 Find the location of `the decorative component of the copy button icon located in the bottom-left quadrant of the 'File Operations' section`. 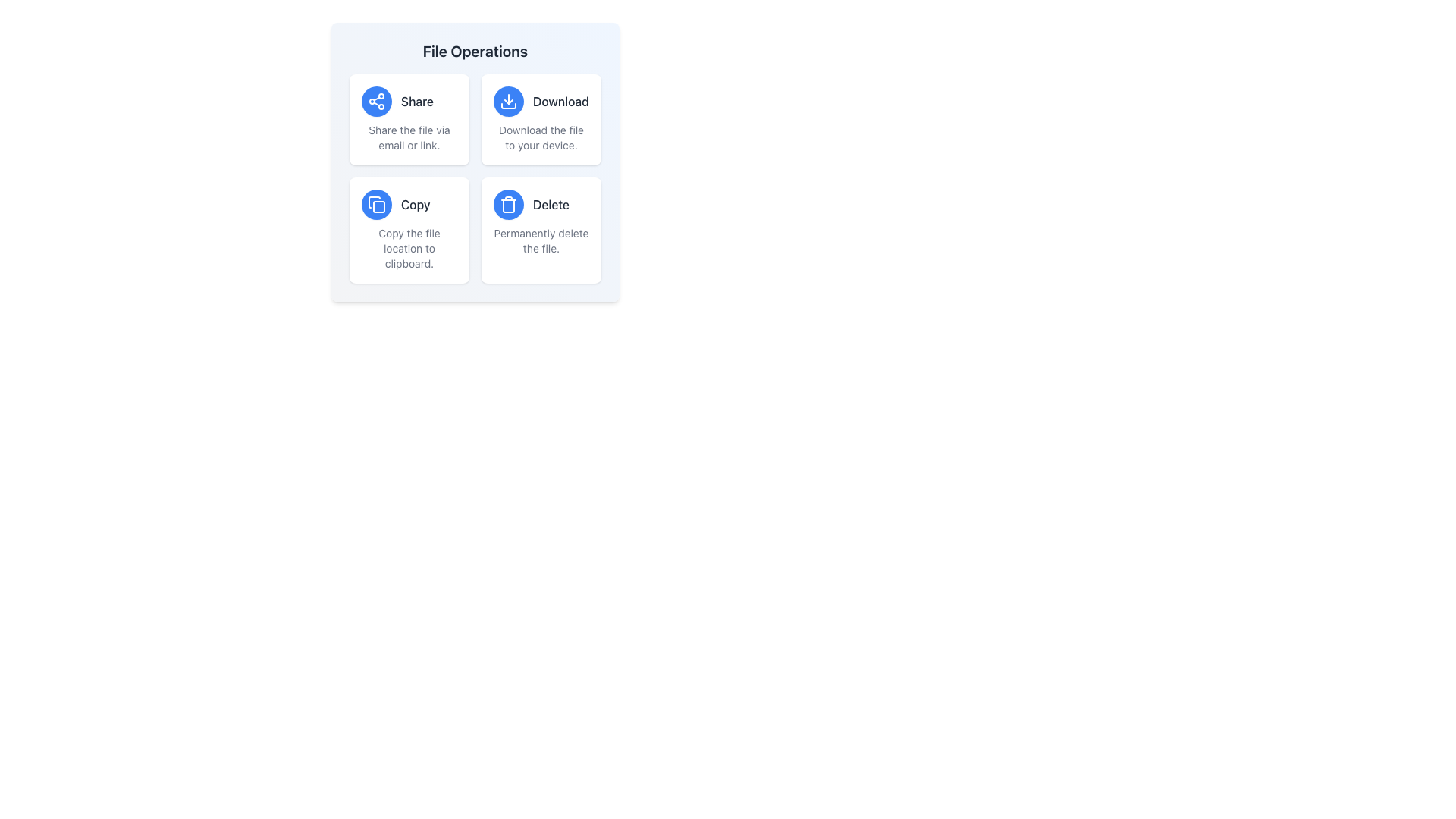

the decorative component of the copy button icon located in the bottom-left quadrant of the 'File Operations' section is located at coordinates (378, 207).